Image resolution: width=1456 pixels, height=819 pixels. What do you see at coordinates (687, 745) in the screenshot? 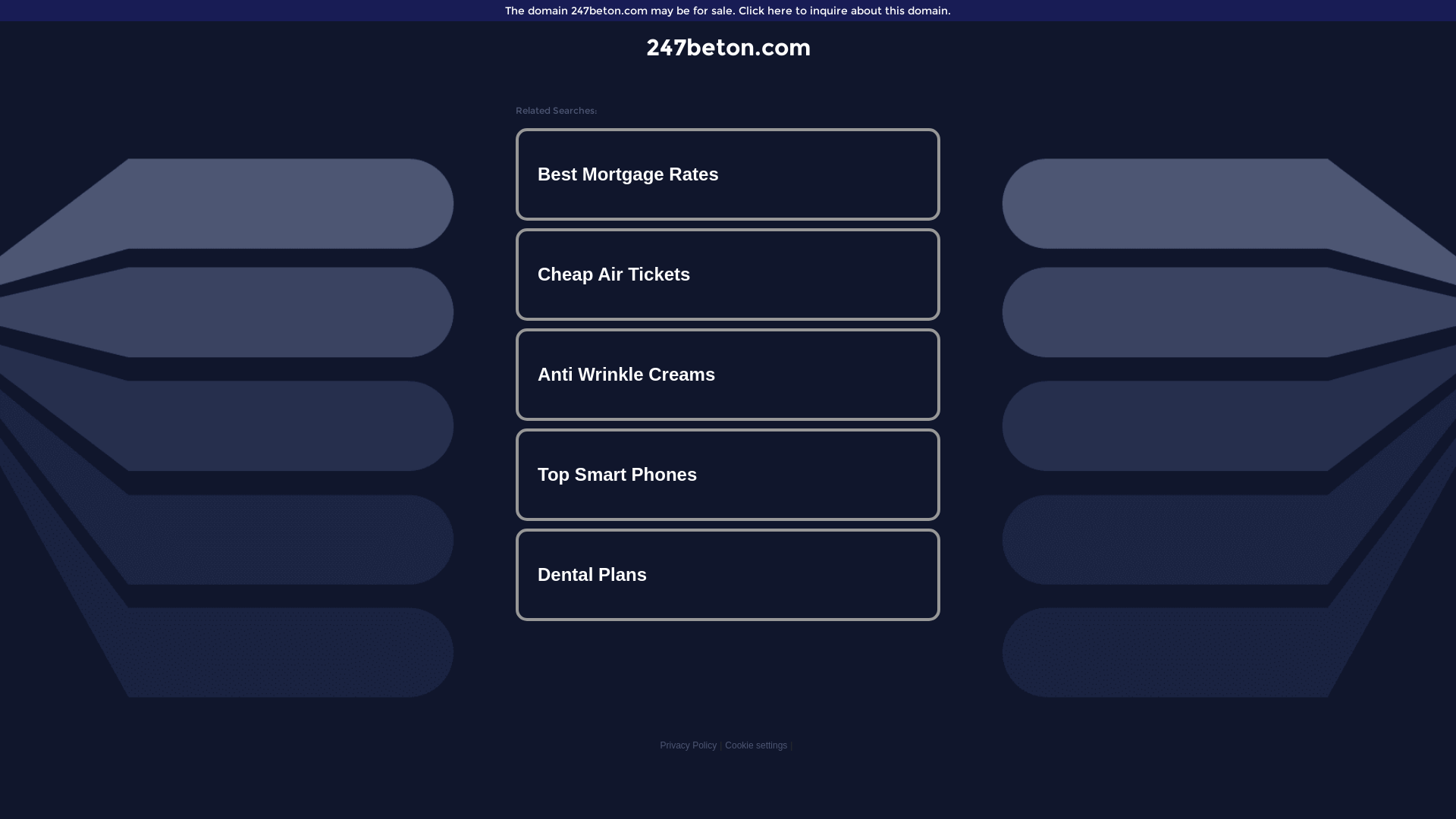
I see `'Privacy Policy'` at bounding box center [687, 745].